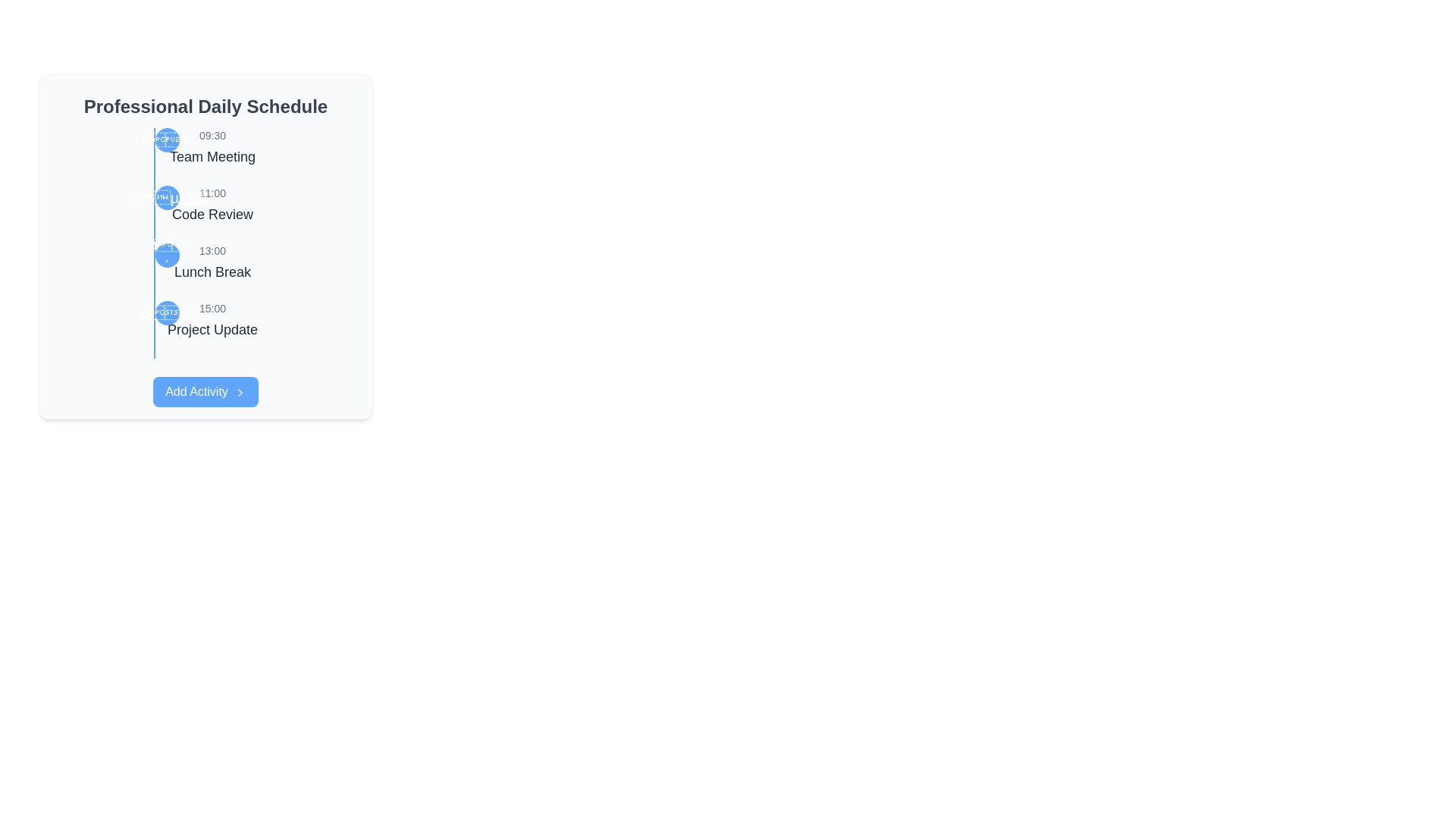 The image size is (1456, 819). Describe the element at coordinates (212, 192) in the screenshot. I see `the text element displaying '11:00', which is styled in gray and is the second entry in a vertical schedule list` at that location.